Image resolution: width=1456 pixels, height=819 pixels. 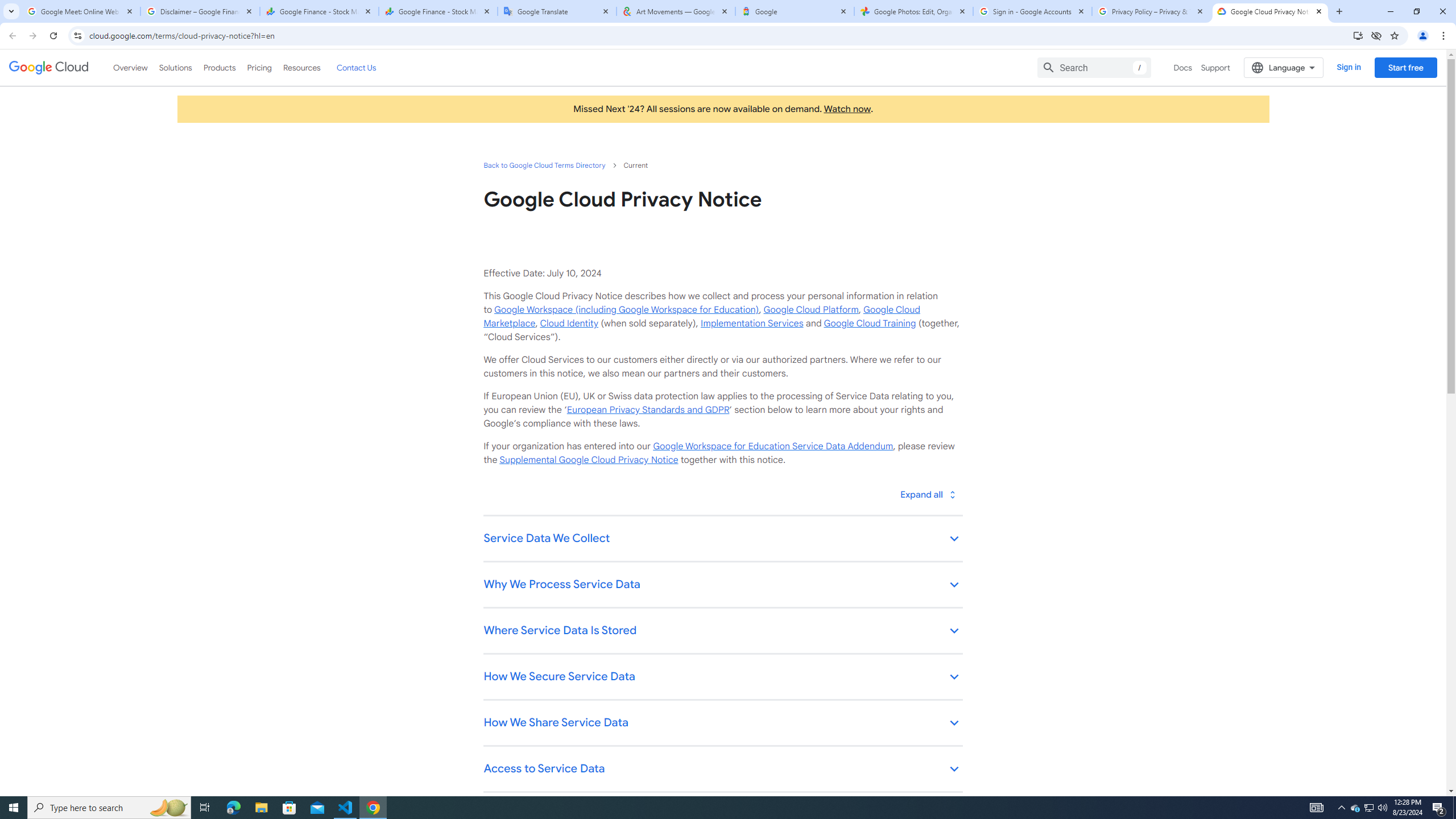 What do you see at coordinates (810, 309) in the screenshot?
I see `'Google Cloud Platform'` at bounding box center [810, 309].